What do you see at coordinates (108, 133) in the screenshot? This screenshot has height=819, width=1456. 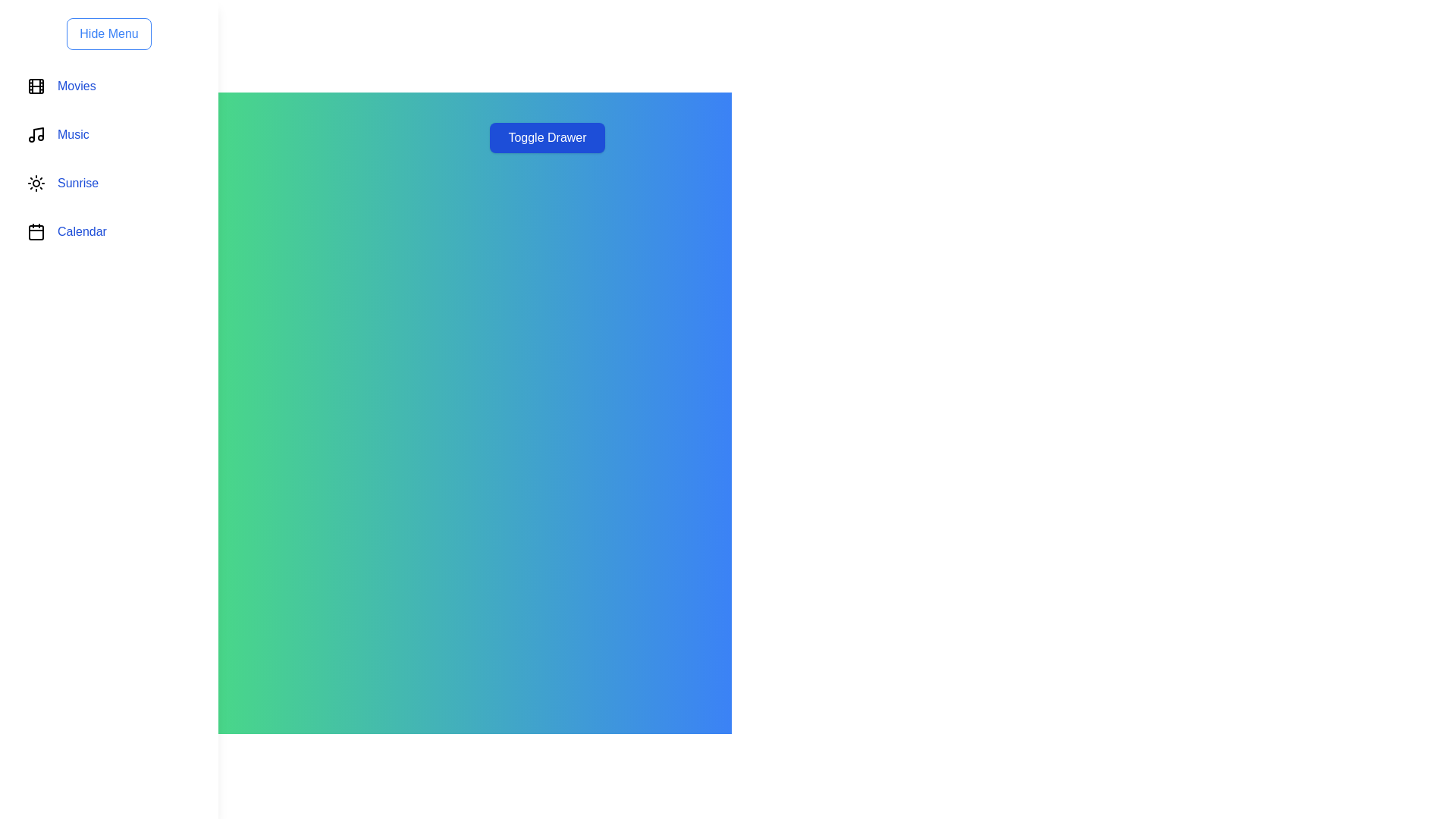 I see `the menu item labeled Music to observe its hover effect` at bounding box center [108, 133].